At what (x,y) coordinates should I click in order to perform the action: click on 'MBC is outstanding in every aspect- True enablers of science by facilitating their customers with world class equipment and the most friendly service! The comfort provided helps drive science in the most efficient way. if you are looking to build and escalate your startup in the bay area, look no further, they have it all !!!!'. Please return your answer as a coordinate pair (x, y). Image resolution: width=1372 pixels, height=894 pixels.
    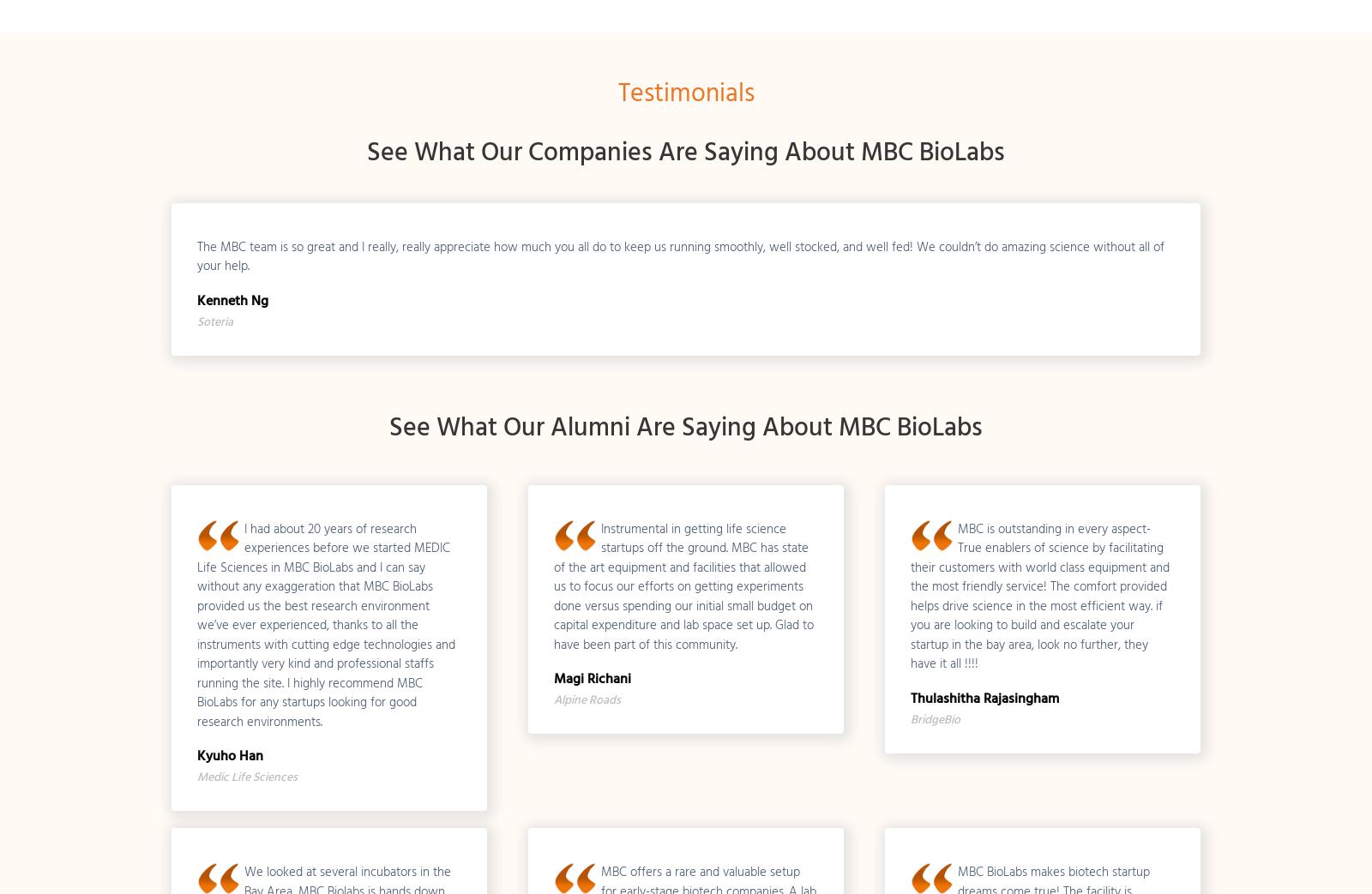
    Looking at the image, I should click on (909, 595).